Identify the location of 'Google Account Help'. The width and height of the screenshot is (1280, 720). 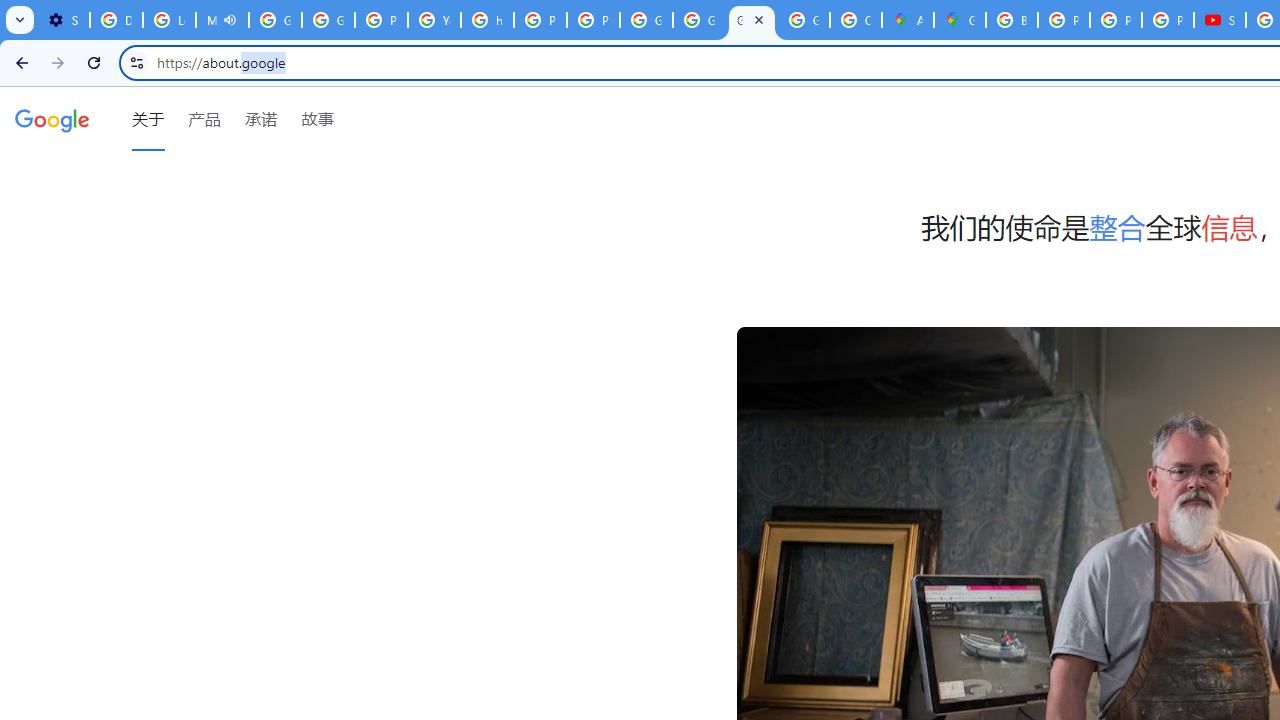
(274, 20).